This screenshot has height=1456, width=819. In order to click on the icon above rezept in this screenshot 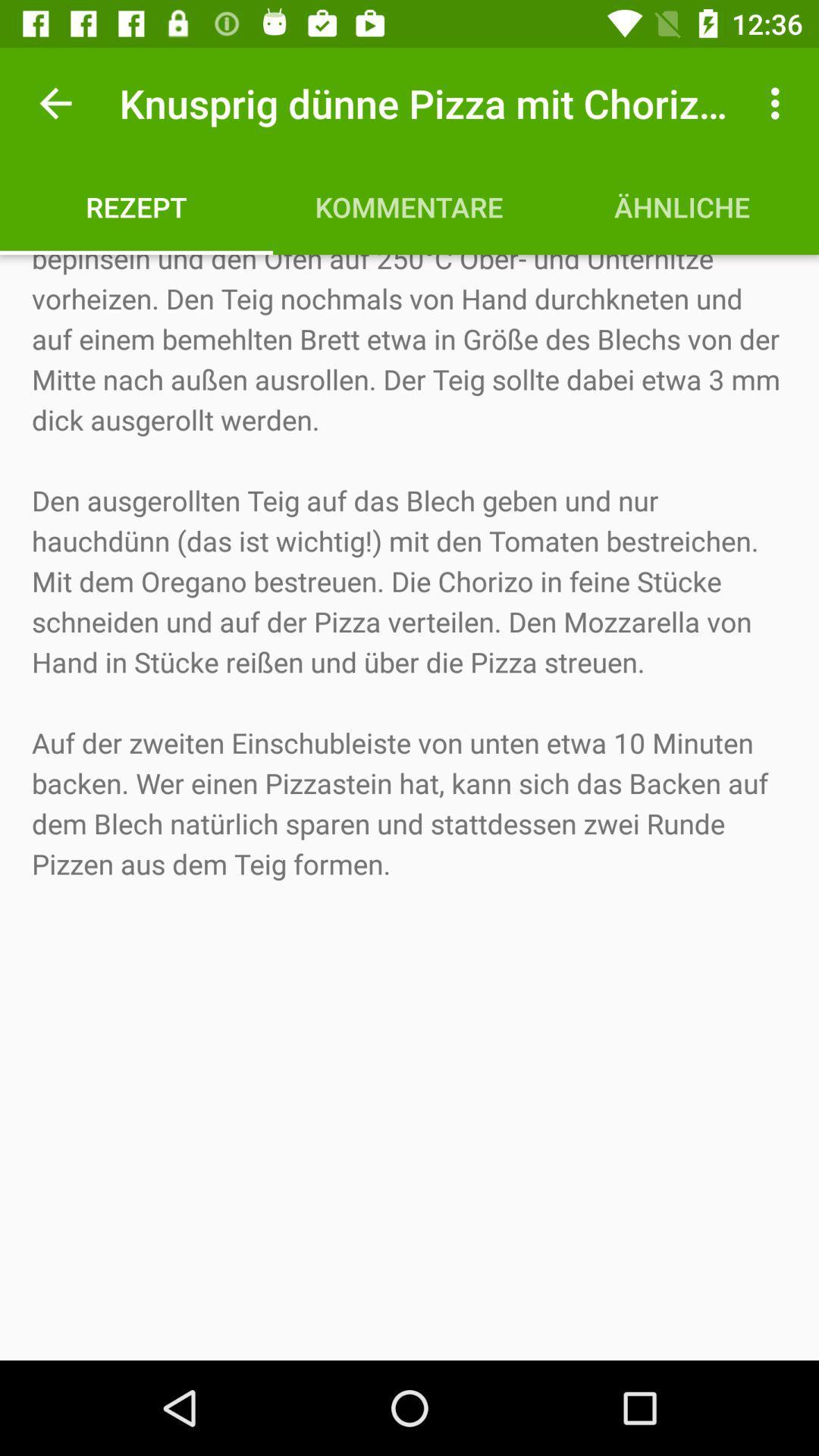, I will do `click(55, 102)`.